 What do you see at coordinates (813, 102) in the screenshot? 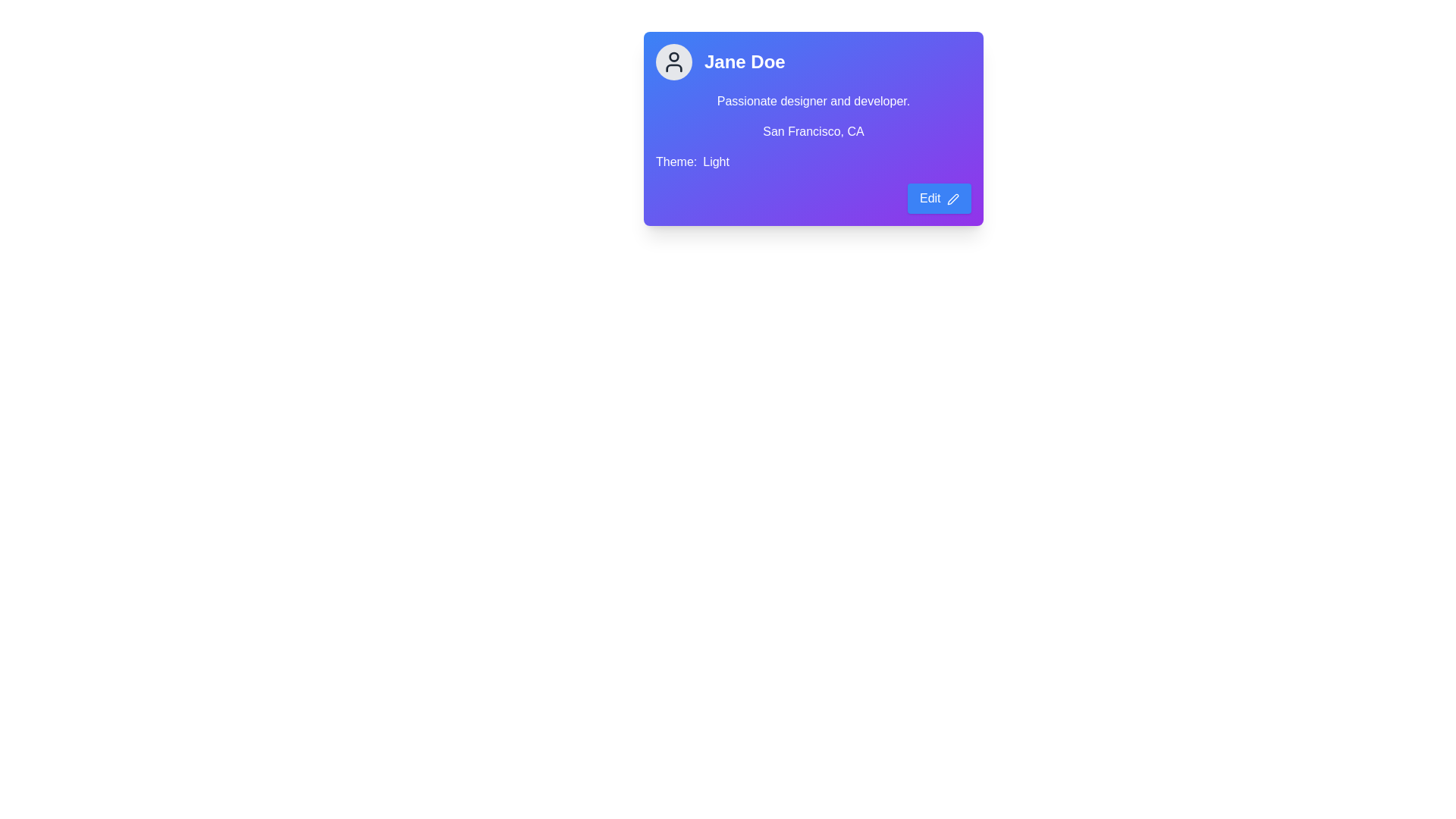
I see `descriptive tagline or bio text for the user 'Jane Doe', which is the first line of text in the card layout, positioned below the name heading and above the location and theme details` at bounding box center [813, 102].